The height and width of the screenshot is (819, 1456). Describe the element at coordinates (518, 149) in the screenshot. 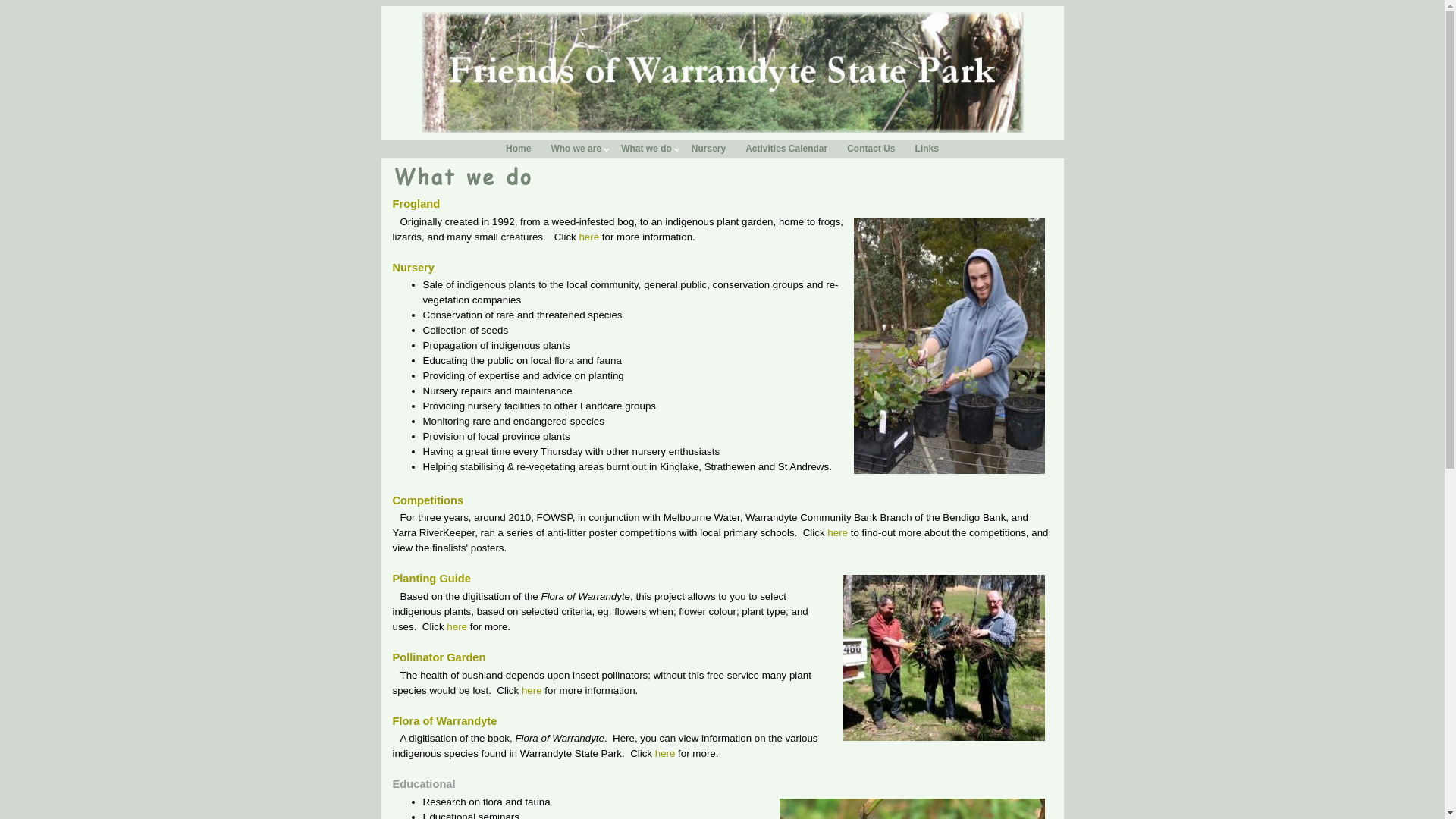

I see `'Home'` at that location.